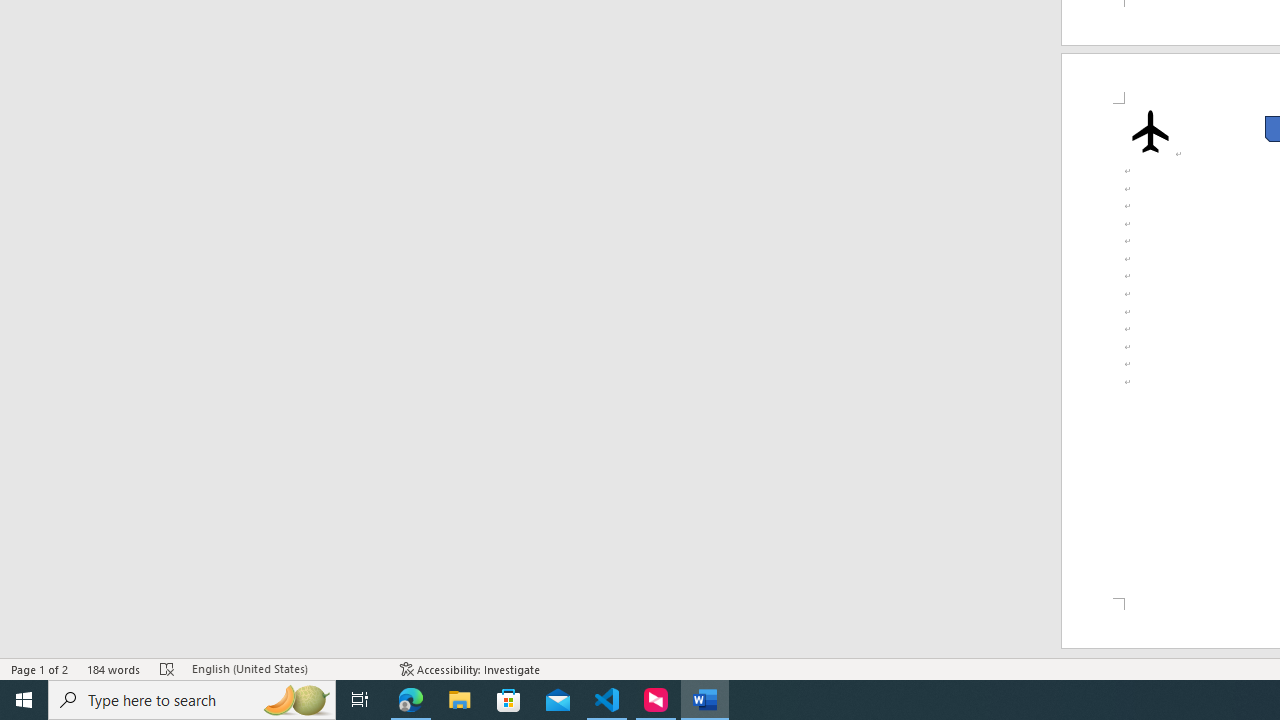  Describe the element at coordinates (112, 669) in the screenshot. I see `'Word Count 184 words'` at that location.